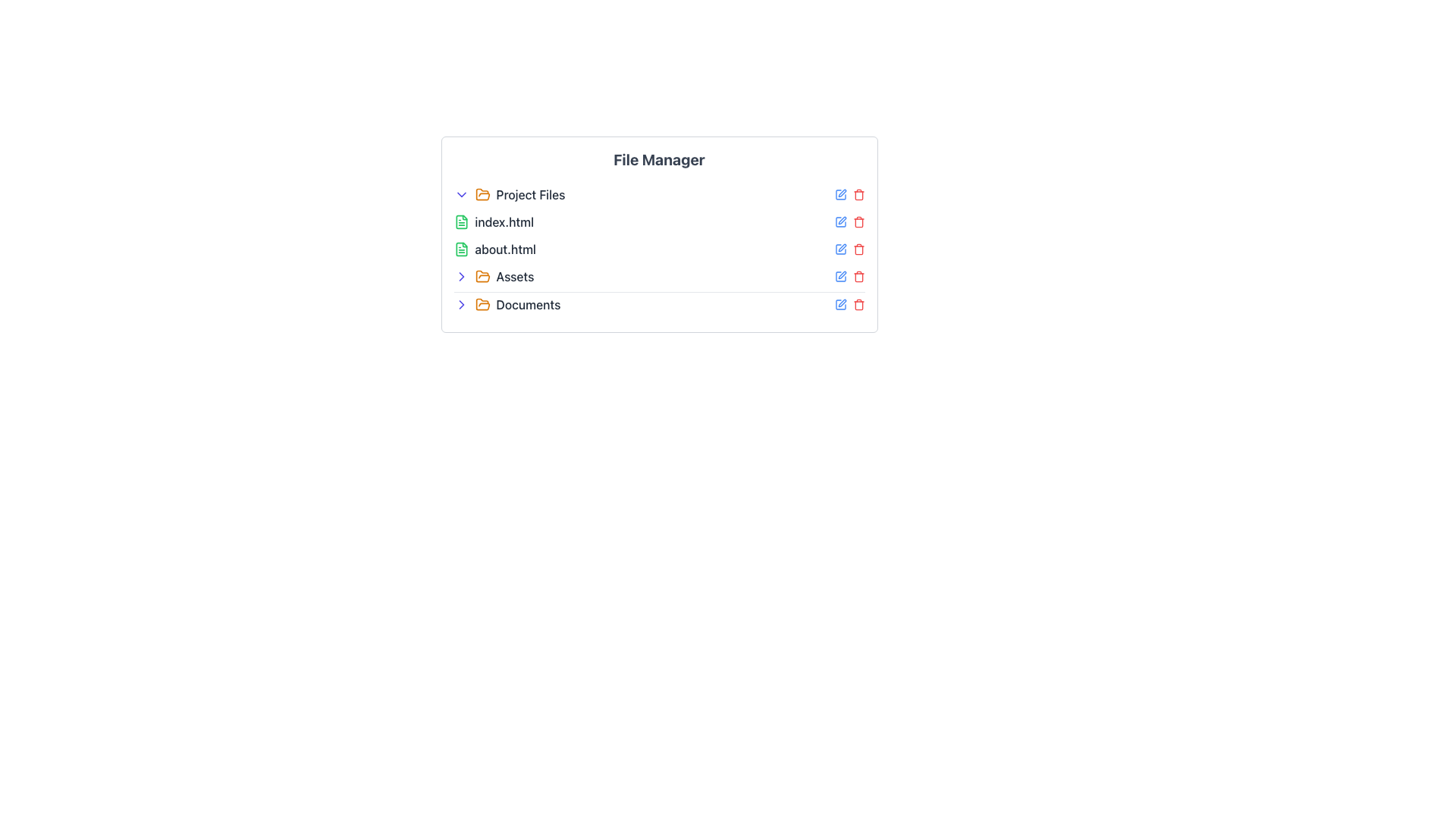  I want to click on the blue pen icon button located to the left of the red delete icon for the file entry 'about.html', so click(839, 248).